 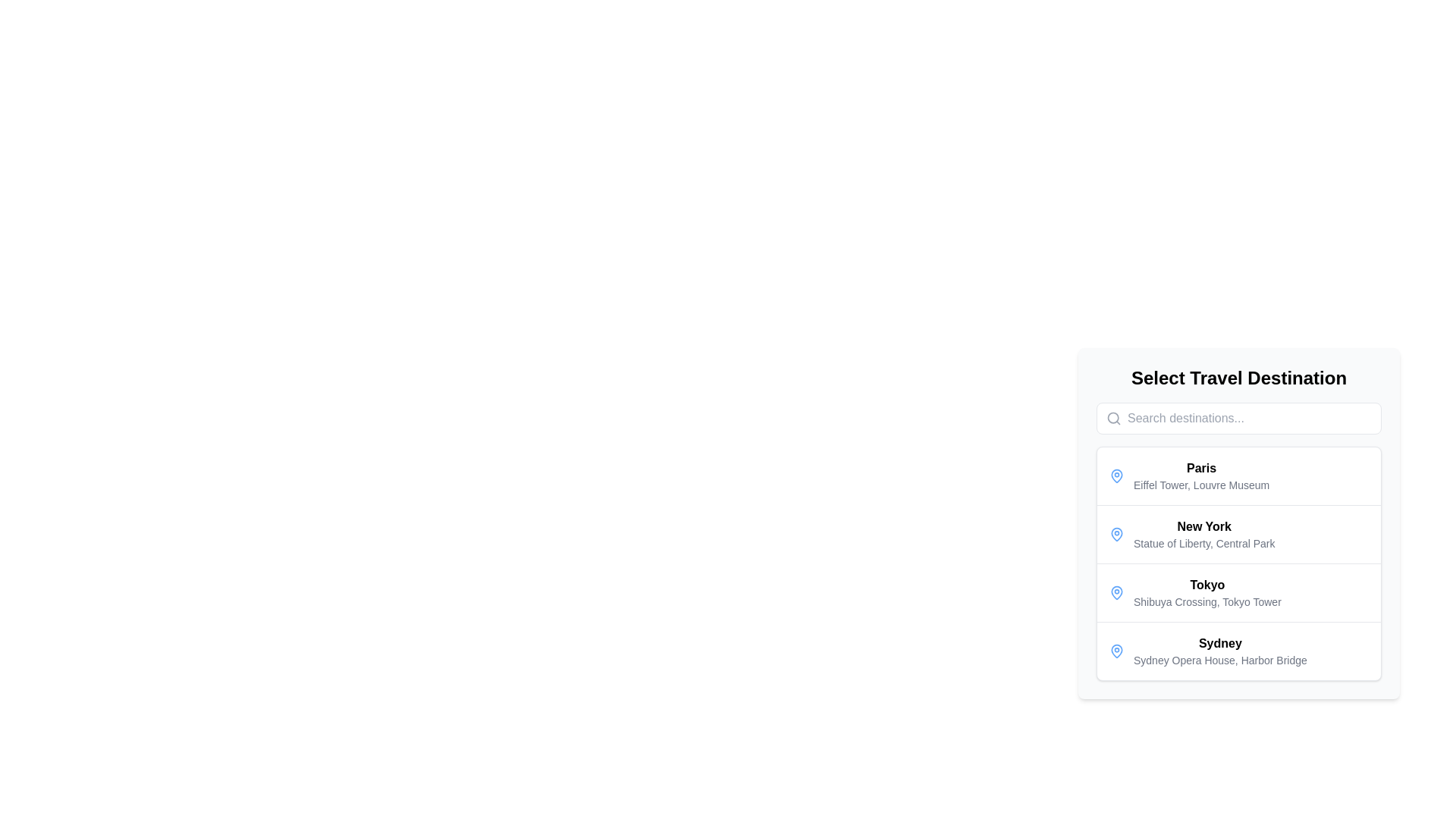 I want to click on the interactive list item for 'New York', so click(x=1238, y=563).